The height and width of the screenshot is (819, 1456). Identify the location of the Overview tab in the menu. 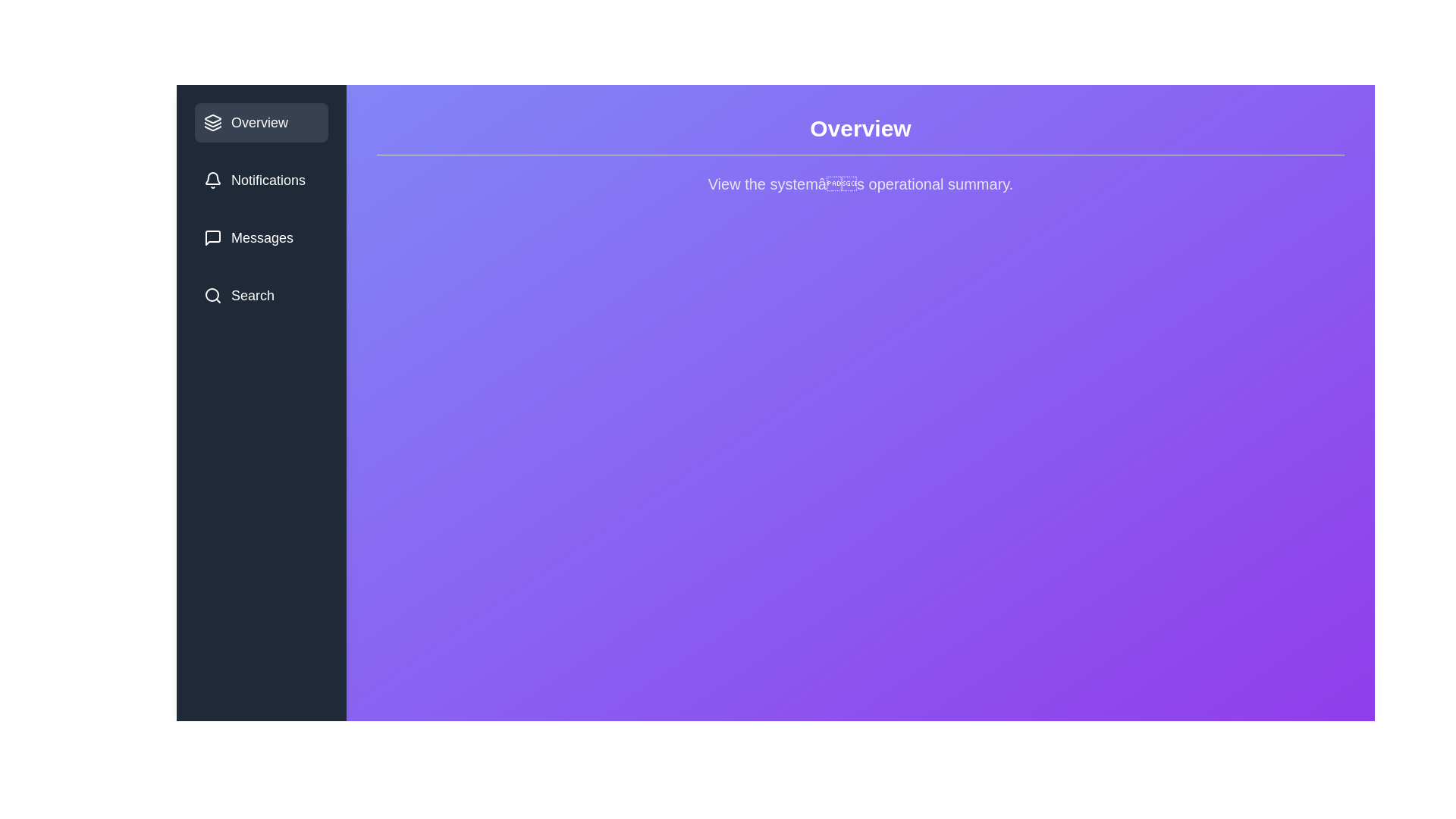
(262, 122).